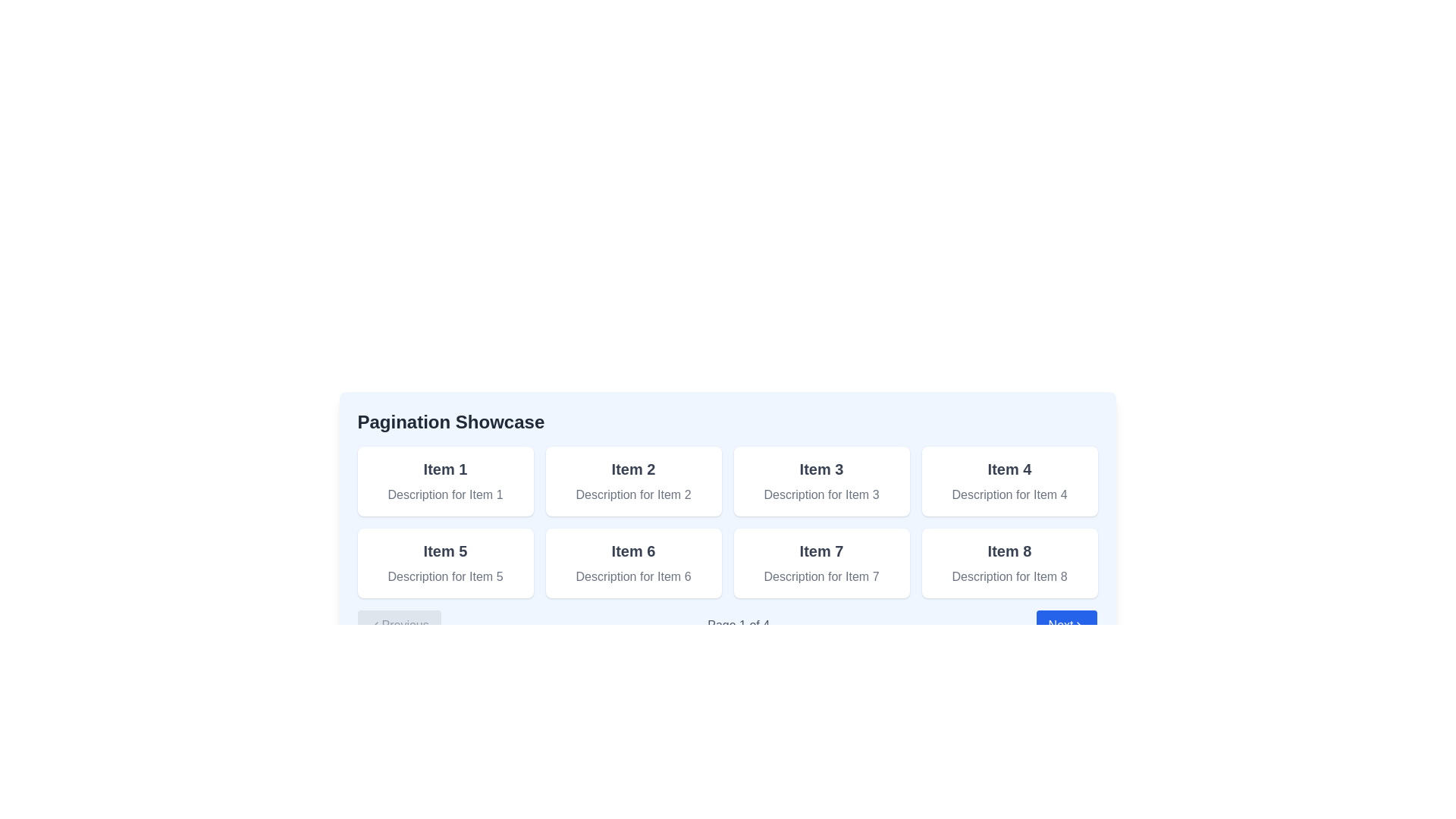 This screenshot has width=1456, height=819. I want to click on the text label displaying 'Item 6' located in the second row and second column of a 4x2 grid layout by clicking on it, so click(633, 551).